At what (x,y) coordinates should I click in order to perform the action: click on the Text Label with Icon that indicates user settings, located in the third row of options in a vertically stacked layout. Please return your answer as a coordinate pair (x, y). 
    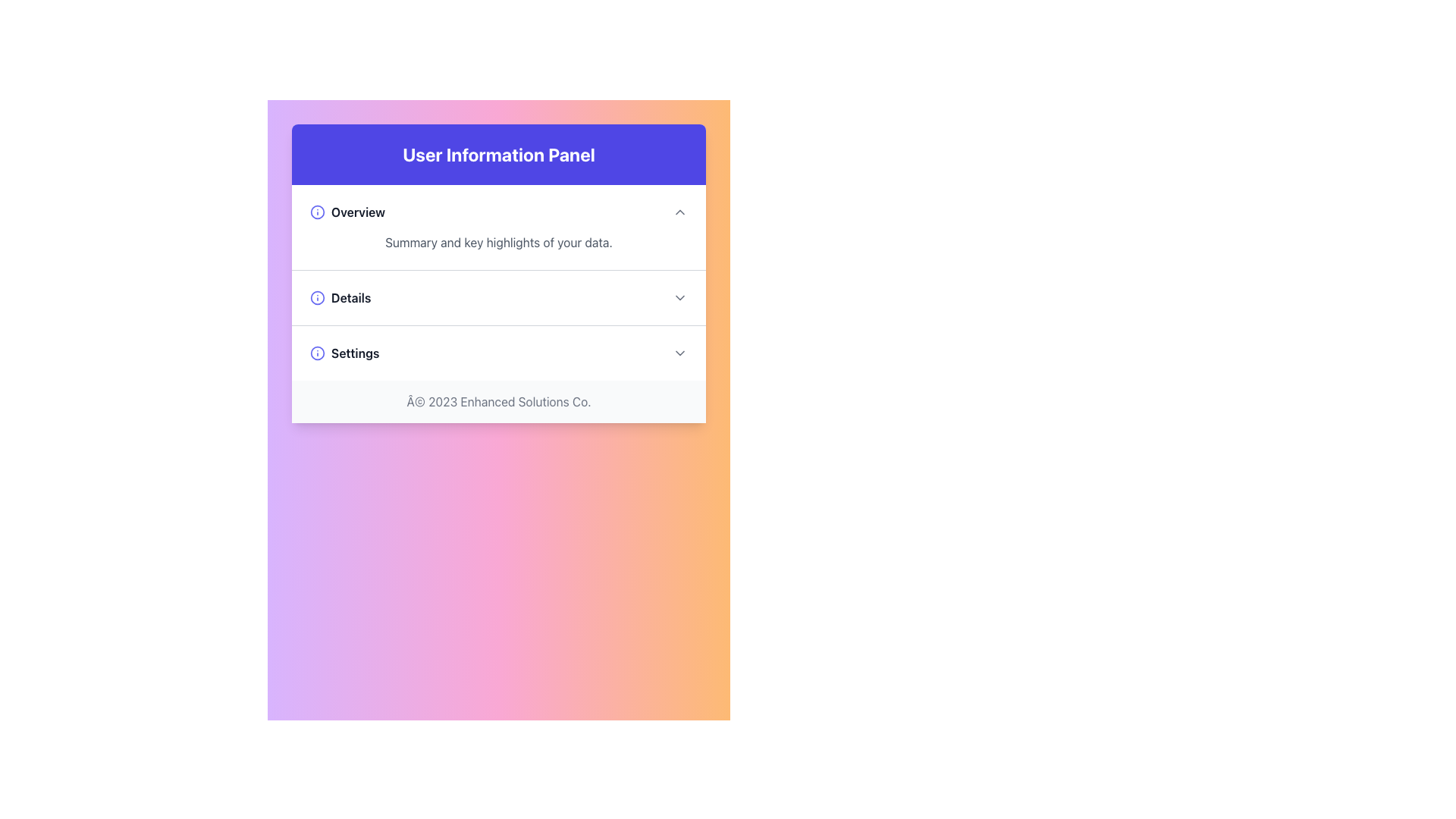
    Looking at the image, I should click on (344, 353).